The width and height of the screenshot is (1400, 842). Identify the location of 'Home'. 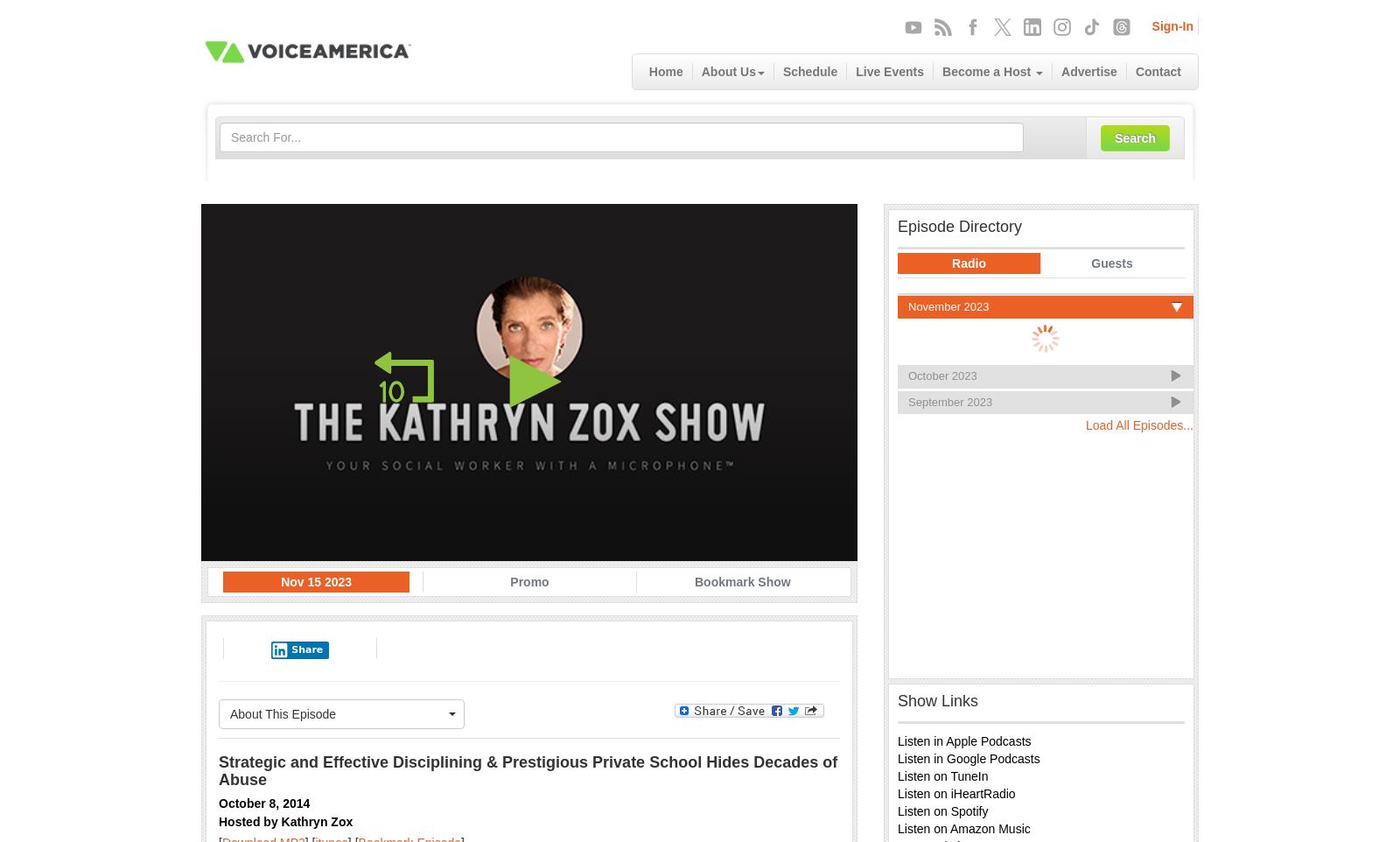
(665, 71).